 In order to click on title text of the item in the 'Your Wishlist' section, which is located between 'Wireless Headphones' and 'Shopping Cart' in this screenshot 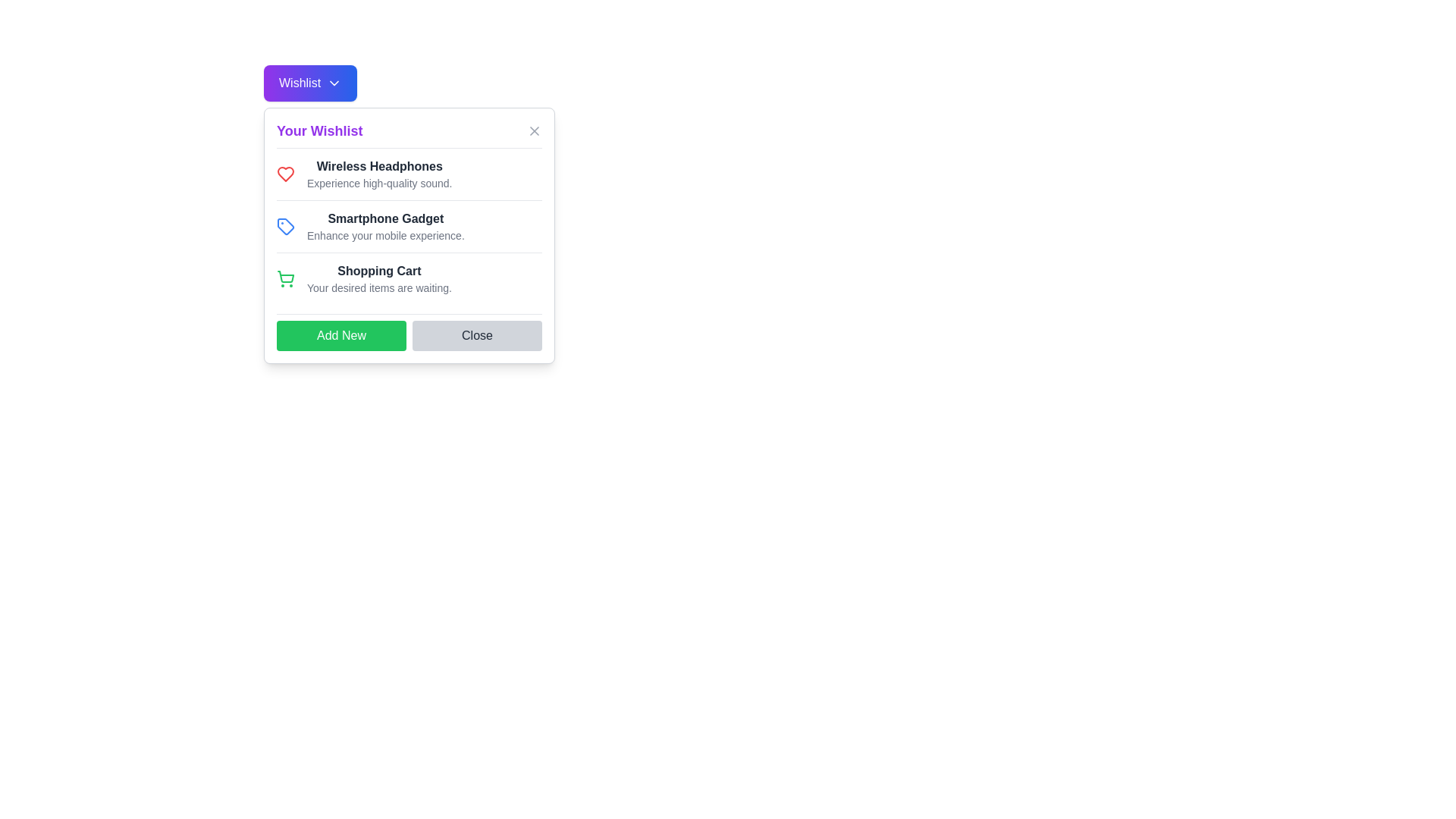, I will do `click(385, 219)`.